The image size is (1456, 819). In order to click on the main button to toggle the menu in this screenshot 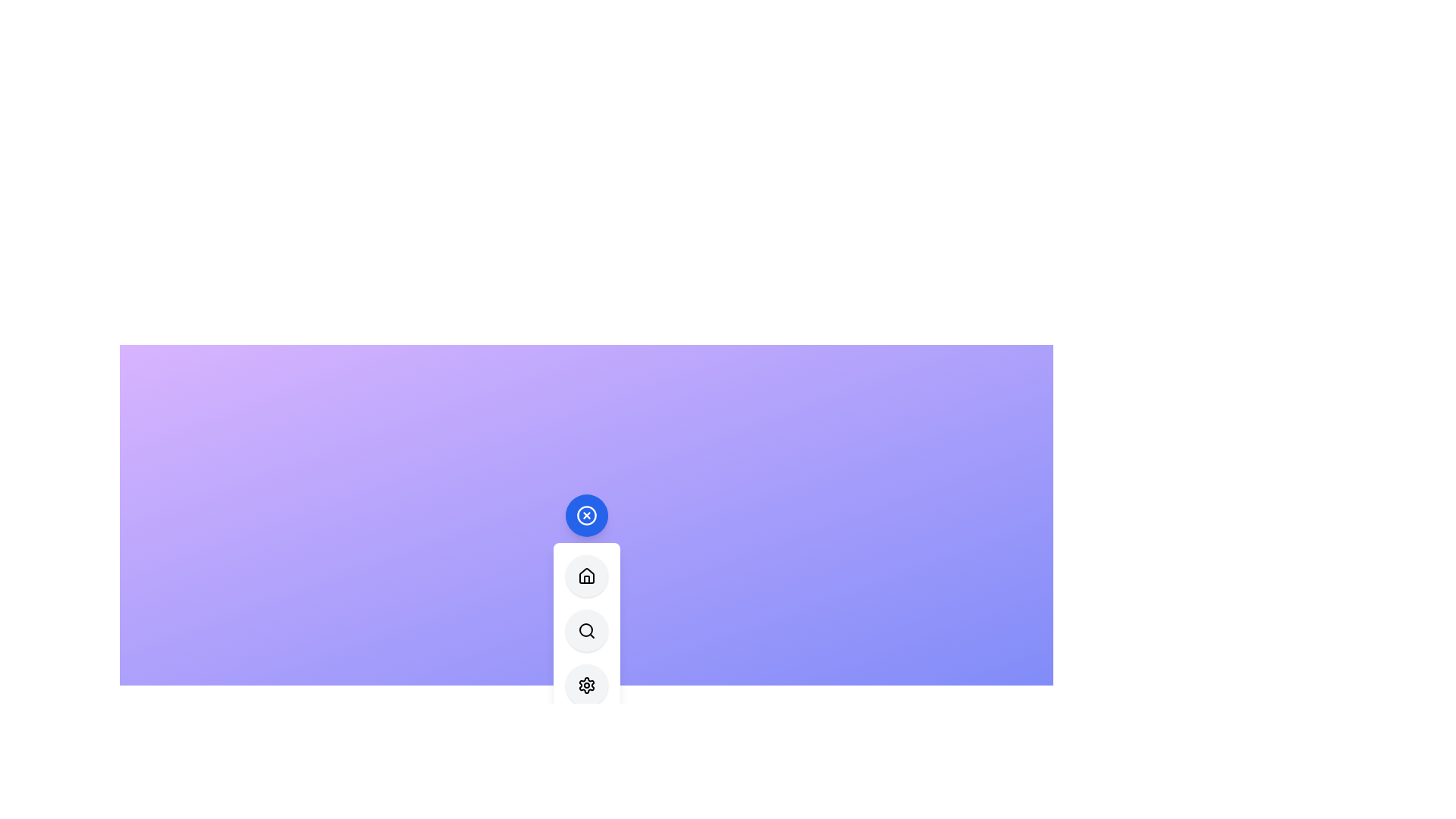, I will do `click(585, 514)`.